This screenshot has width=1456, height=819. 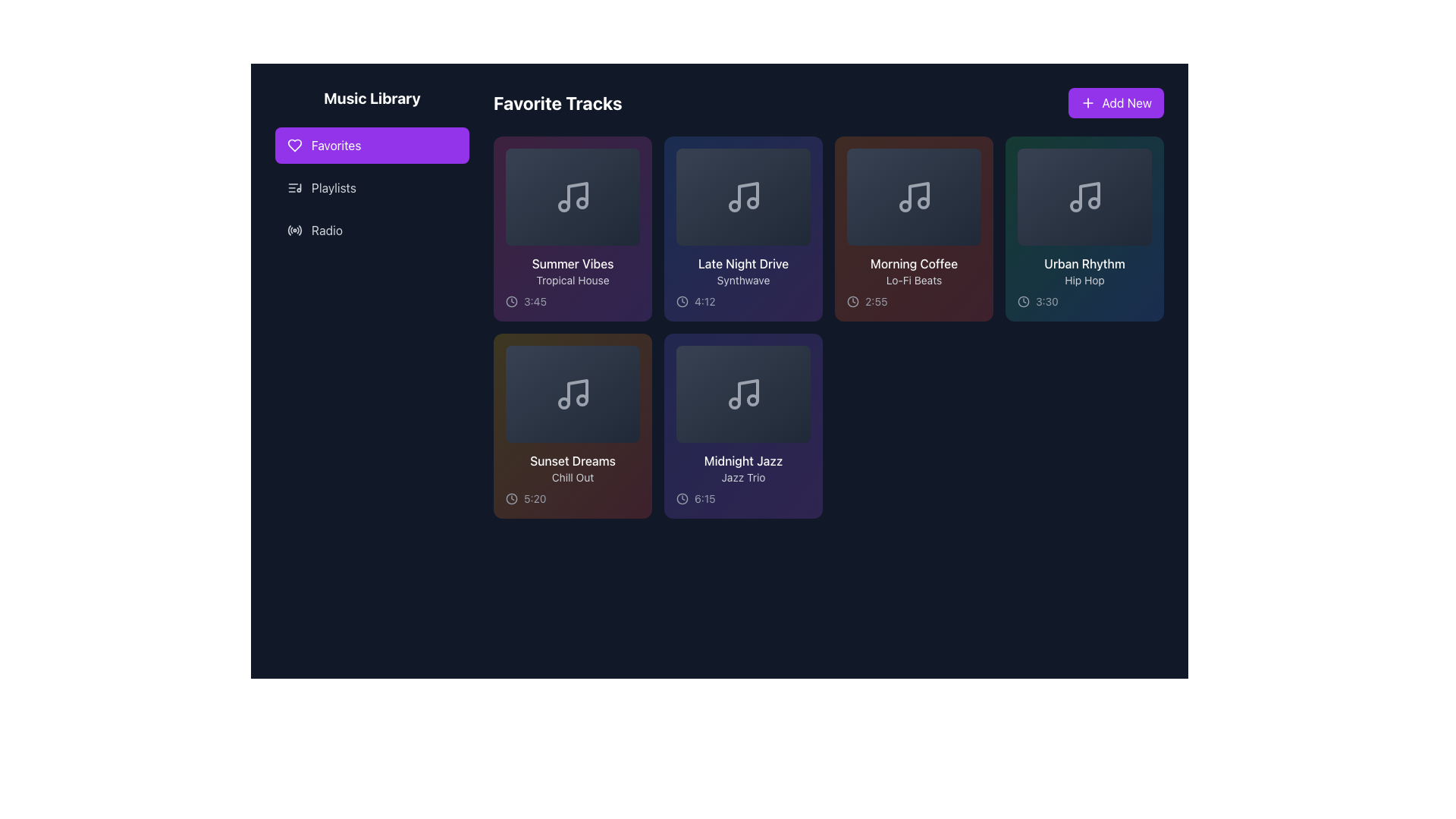 I want to click on the second menu item button in the sidebar, so click(x=372, y=187).